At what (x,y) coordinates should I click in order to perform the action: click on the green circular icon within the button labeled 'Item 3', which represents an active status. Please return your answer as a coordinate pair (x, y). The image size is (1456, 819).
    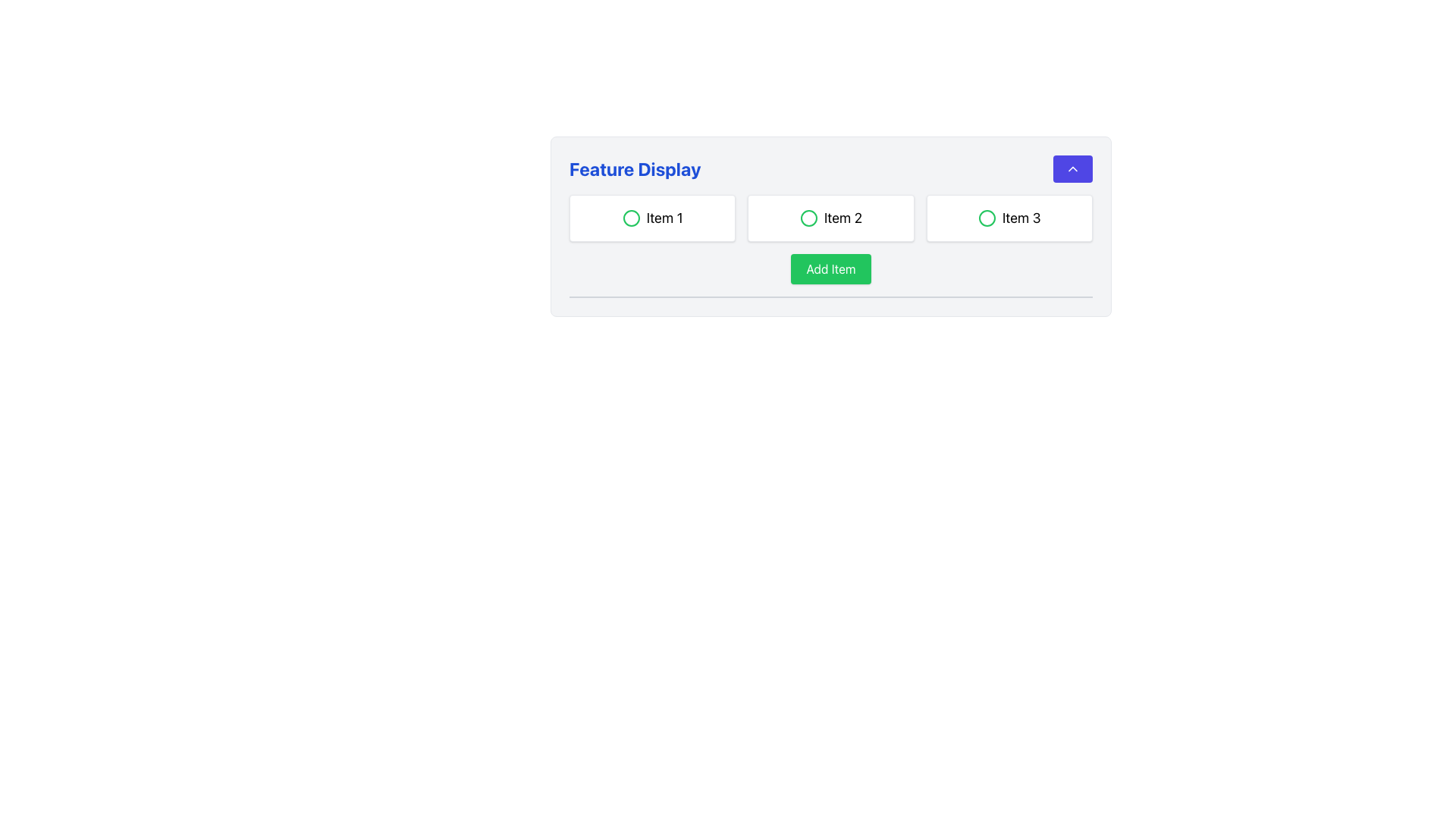
    Looking at the image, I should click on (987, 218).